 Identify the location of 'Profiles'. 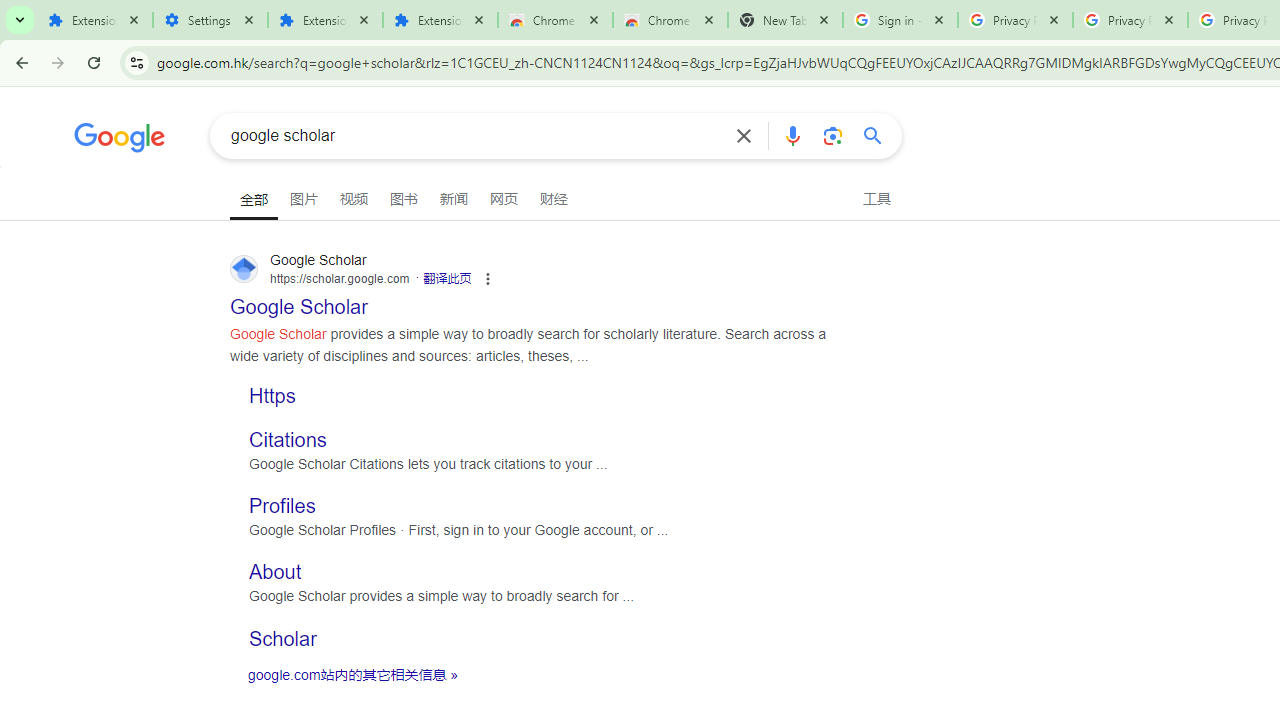
(281, 505).